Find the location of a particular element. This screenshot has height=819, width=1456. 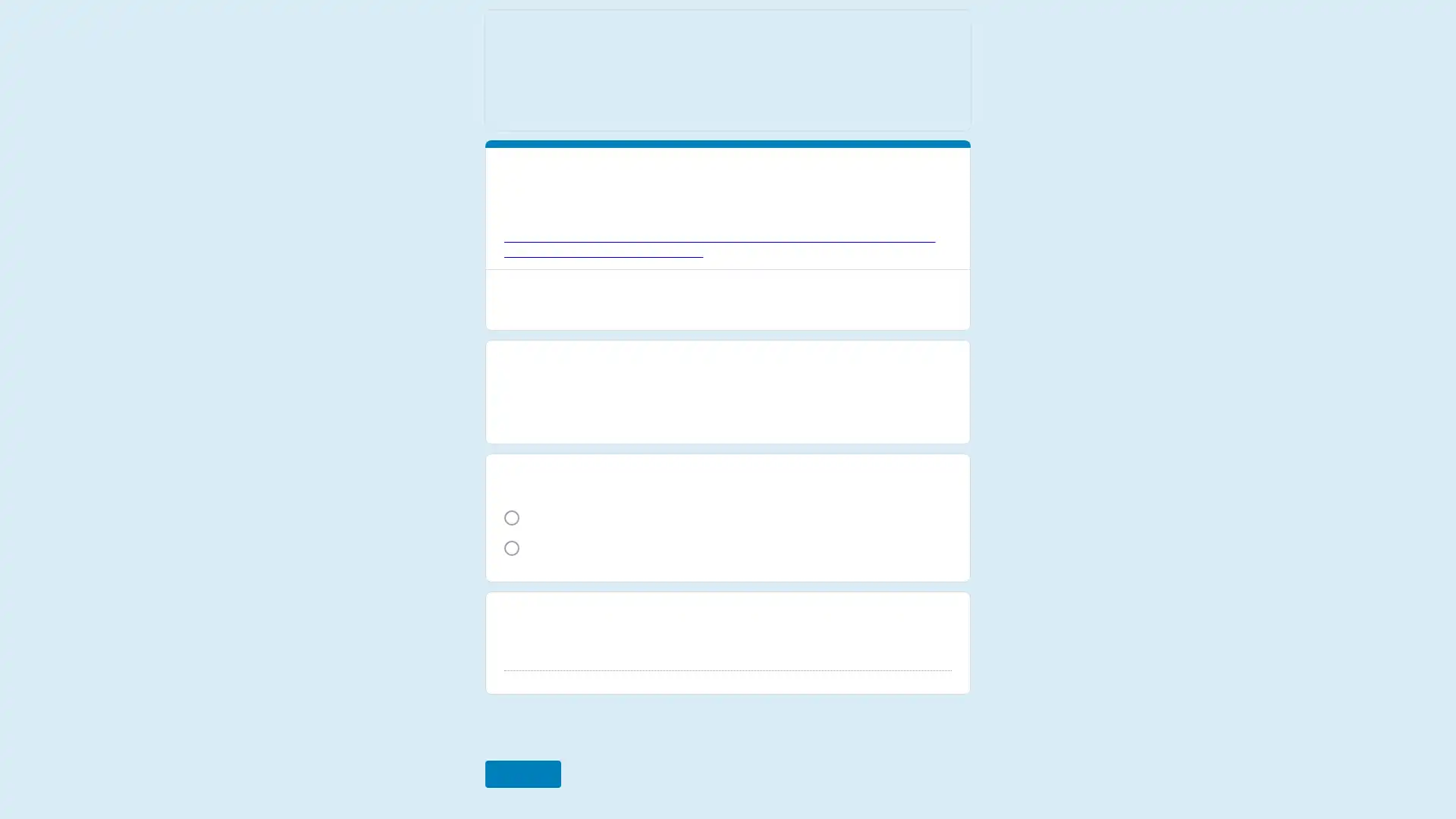

Submit is located at coordinates (521, 759).